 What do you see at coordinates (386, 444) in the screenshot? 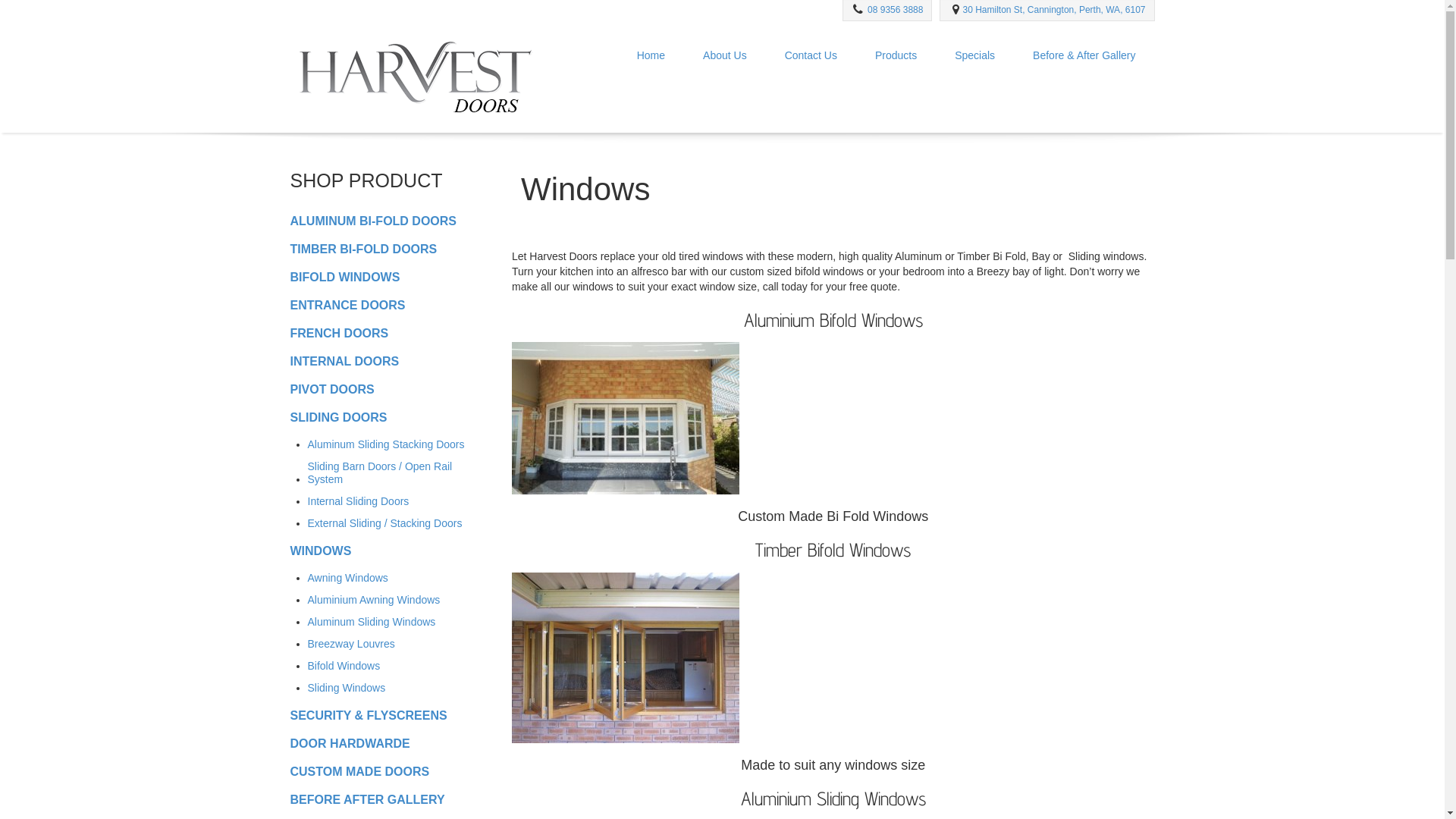
I see `'Aluminum Sliding Stacking Doors'` at bounding box center [386, 444].